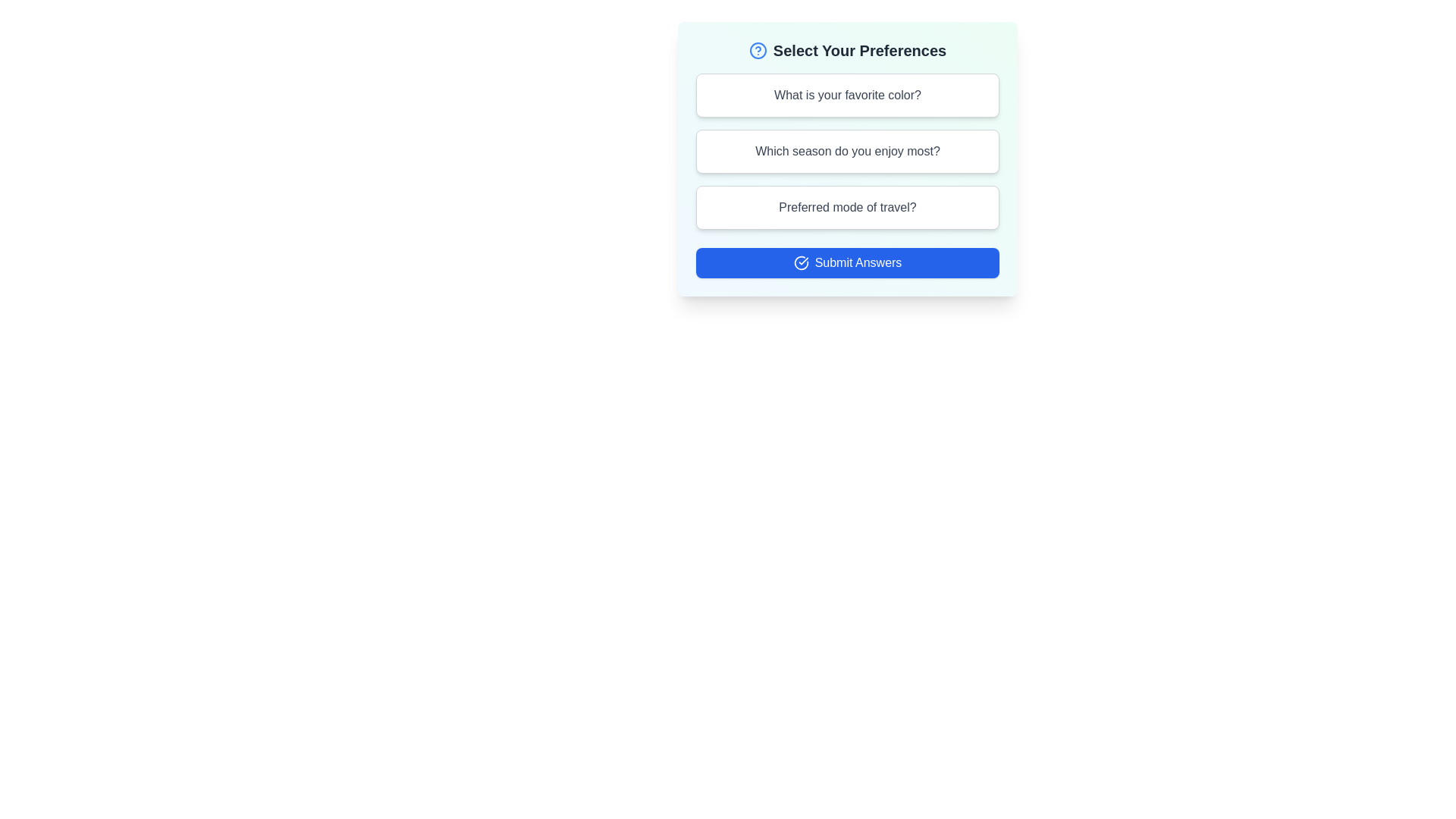 This screenshot has width=1456, height=819. I want to click on the submit button to finalize the selections, so click(847, 262).